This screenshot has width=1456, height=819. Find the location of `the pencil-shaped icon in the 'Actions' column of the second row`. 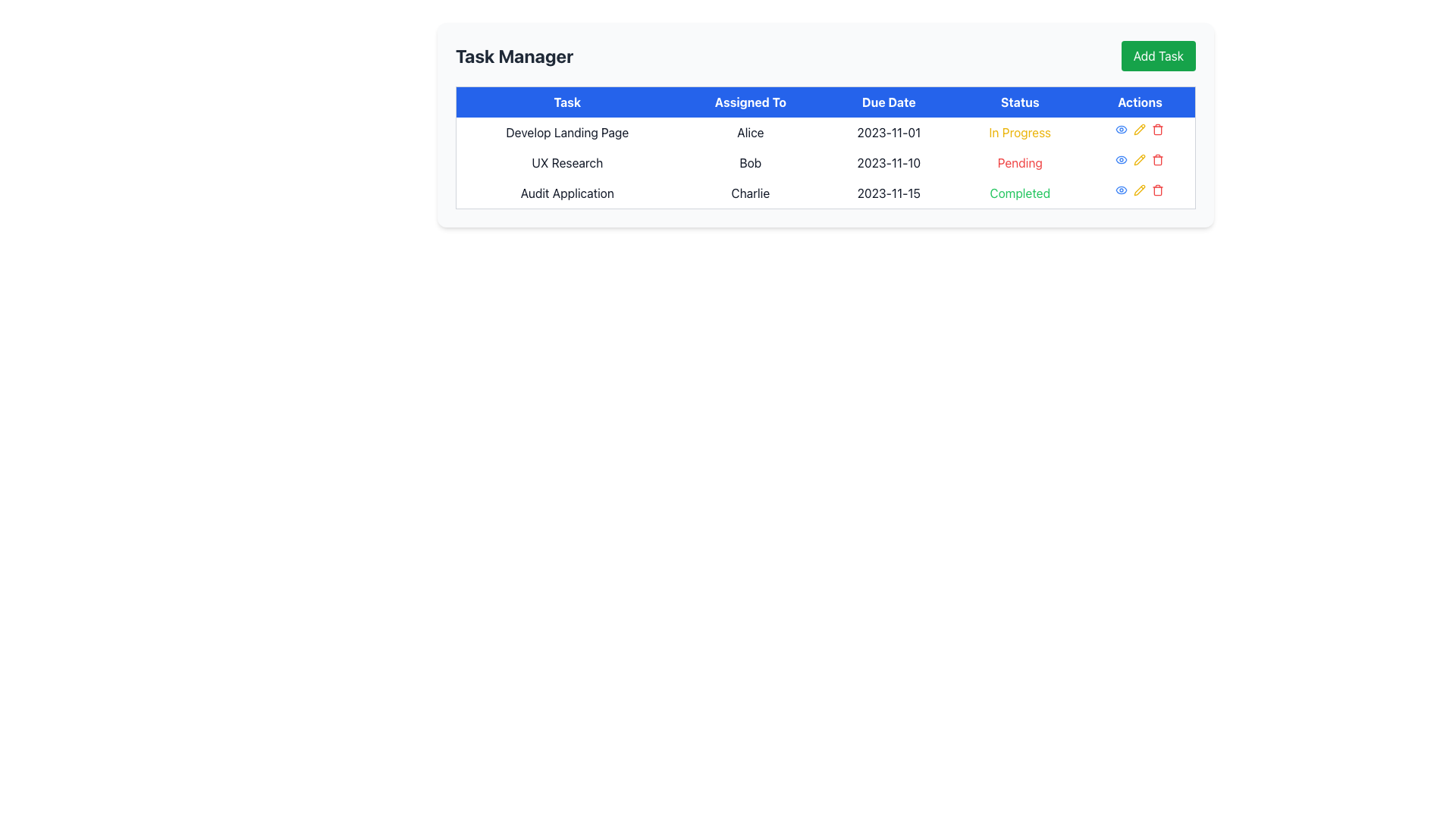

the pencil-shaped icon in the 'Actions' column of the second row is located at coordinates (1140, 160).